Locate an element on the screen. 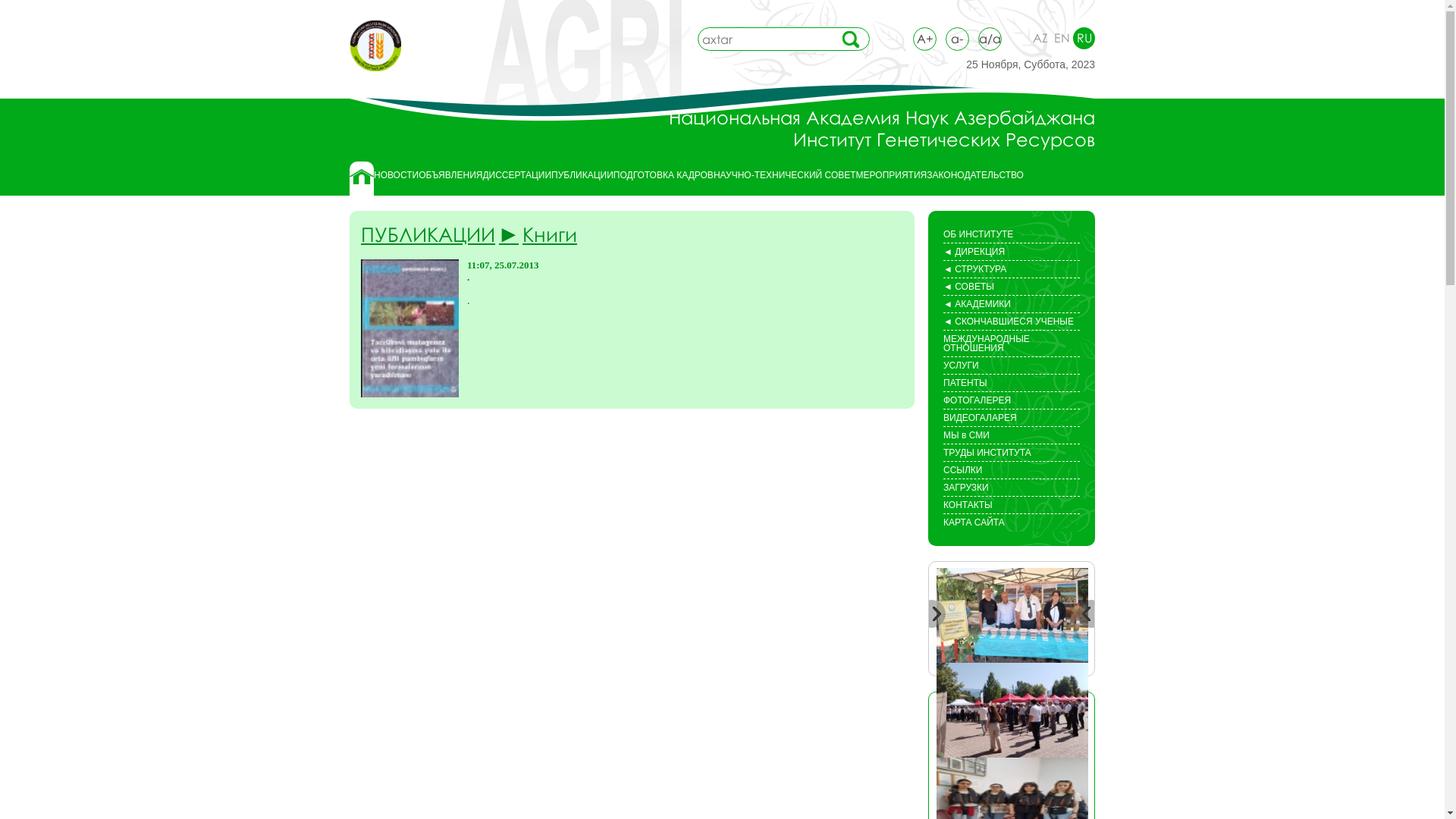 This screenshot has height=819, width=1456. 'search' is located at coordinates (851, 38).